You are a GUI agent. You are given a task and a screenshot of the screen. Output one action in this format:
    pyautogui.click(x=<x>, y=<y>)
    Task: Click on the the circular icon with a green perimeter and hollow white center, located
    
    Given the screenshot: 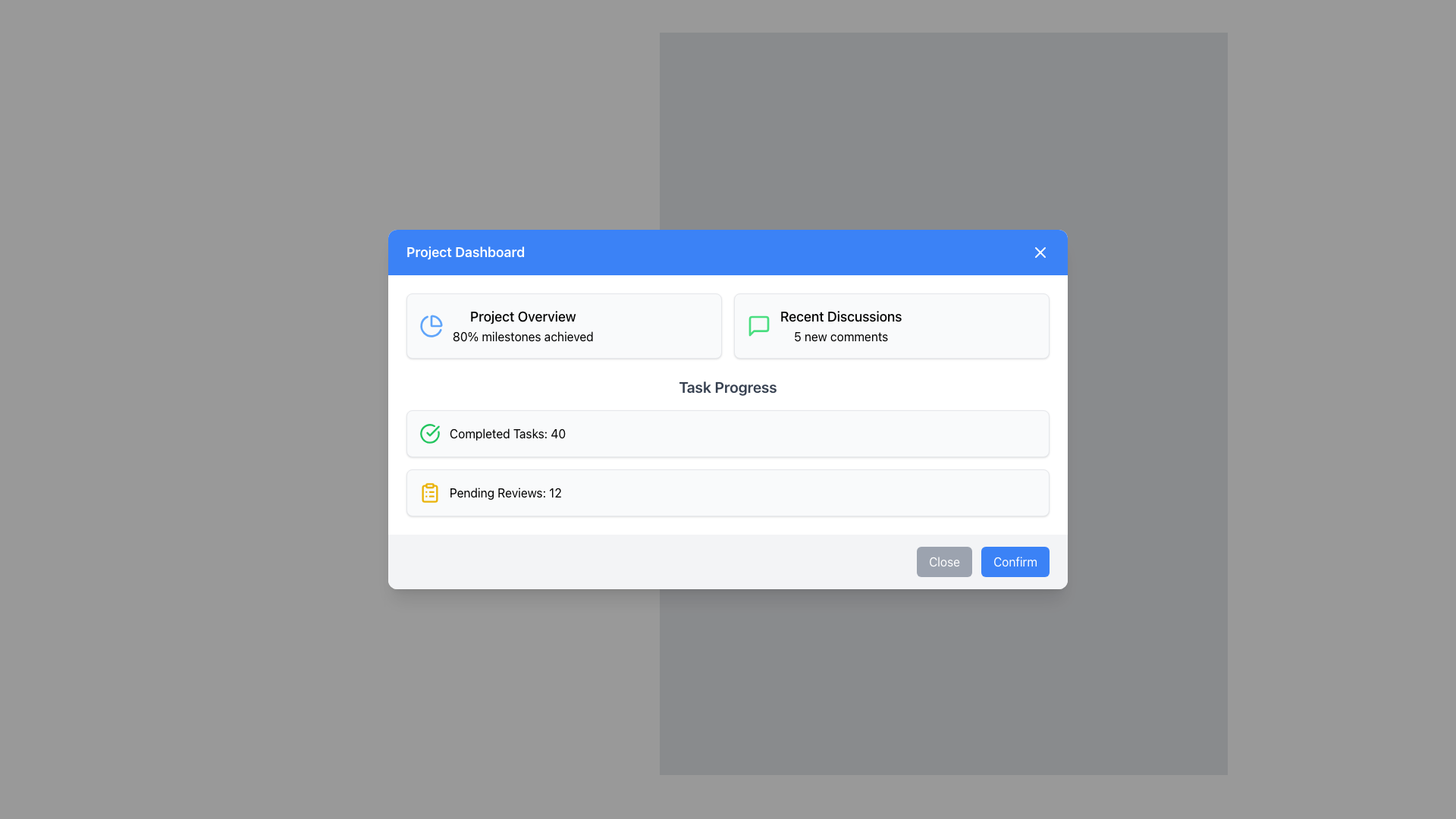 What is the action you would take?
    pyautogui.click(x=428, y=433)
    